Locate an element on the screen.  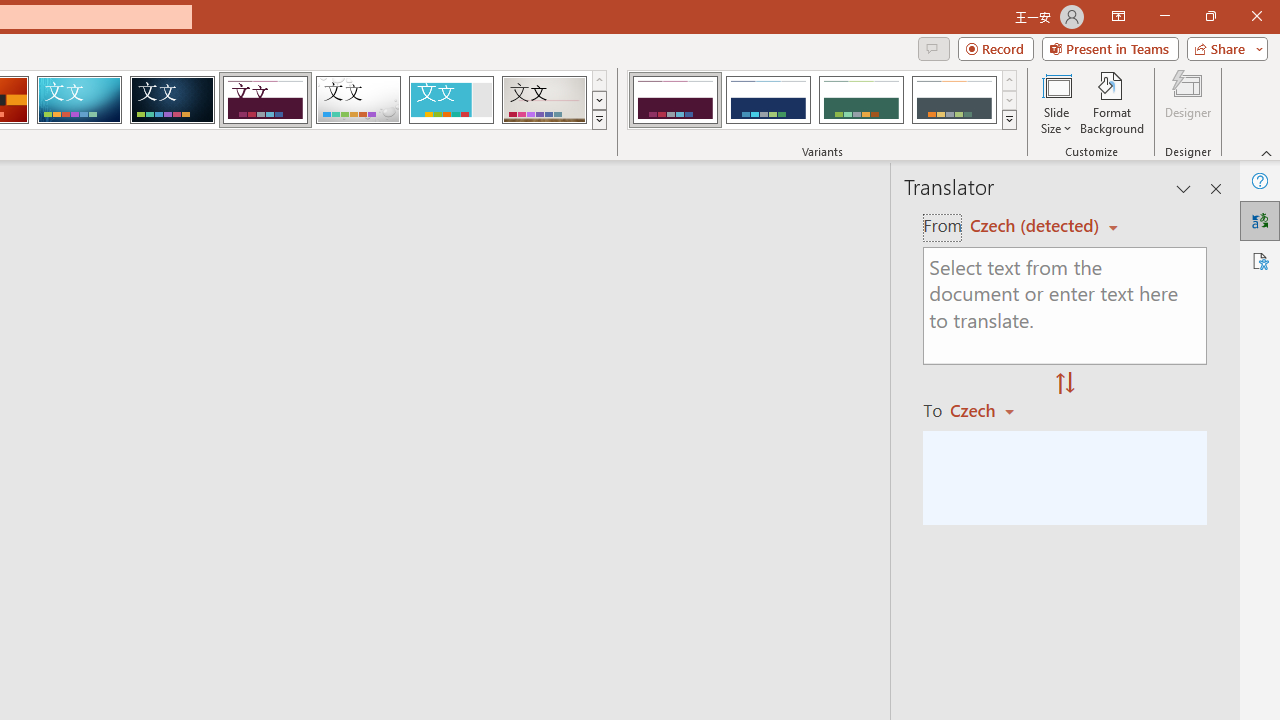
'Dividend Variant 1' is located at coordinates (675, 100).